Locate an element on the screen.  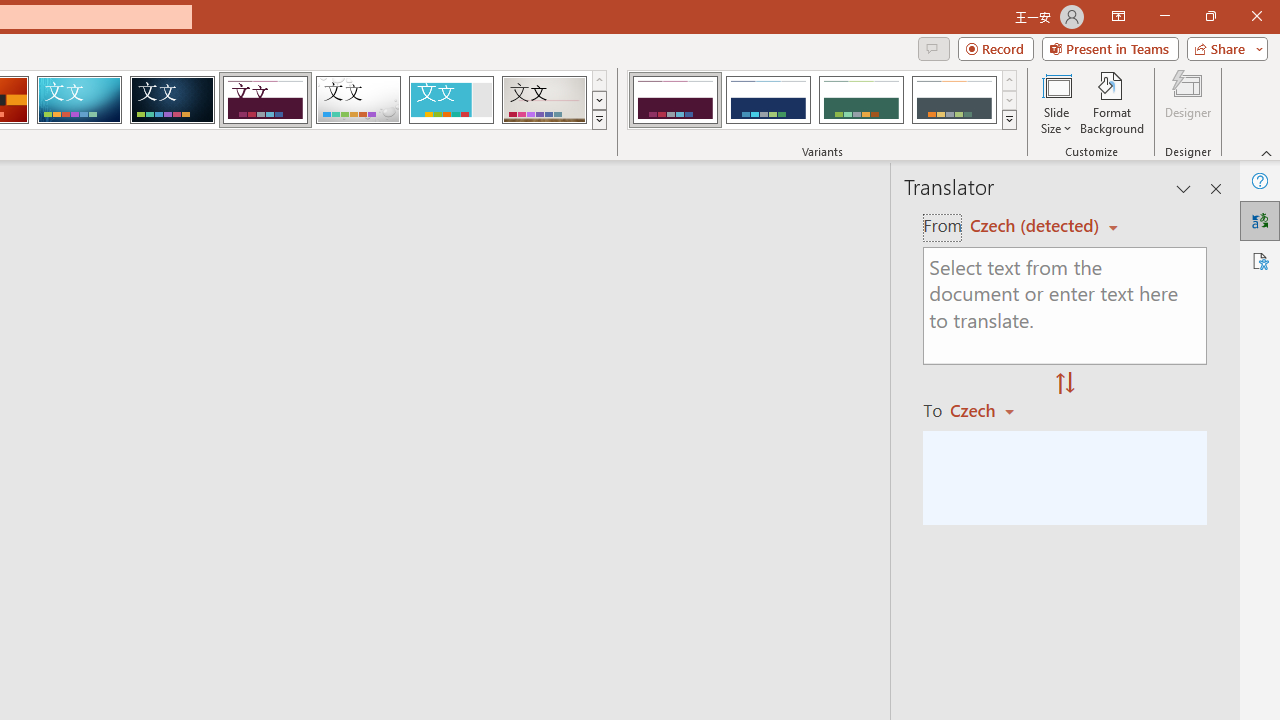
'Dividend Variant 1' is located at coordinates (675, 100).